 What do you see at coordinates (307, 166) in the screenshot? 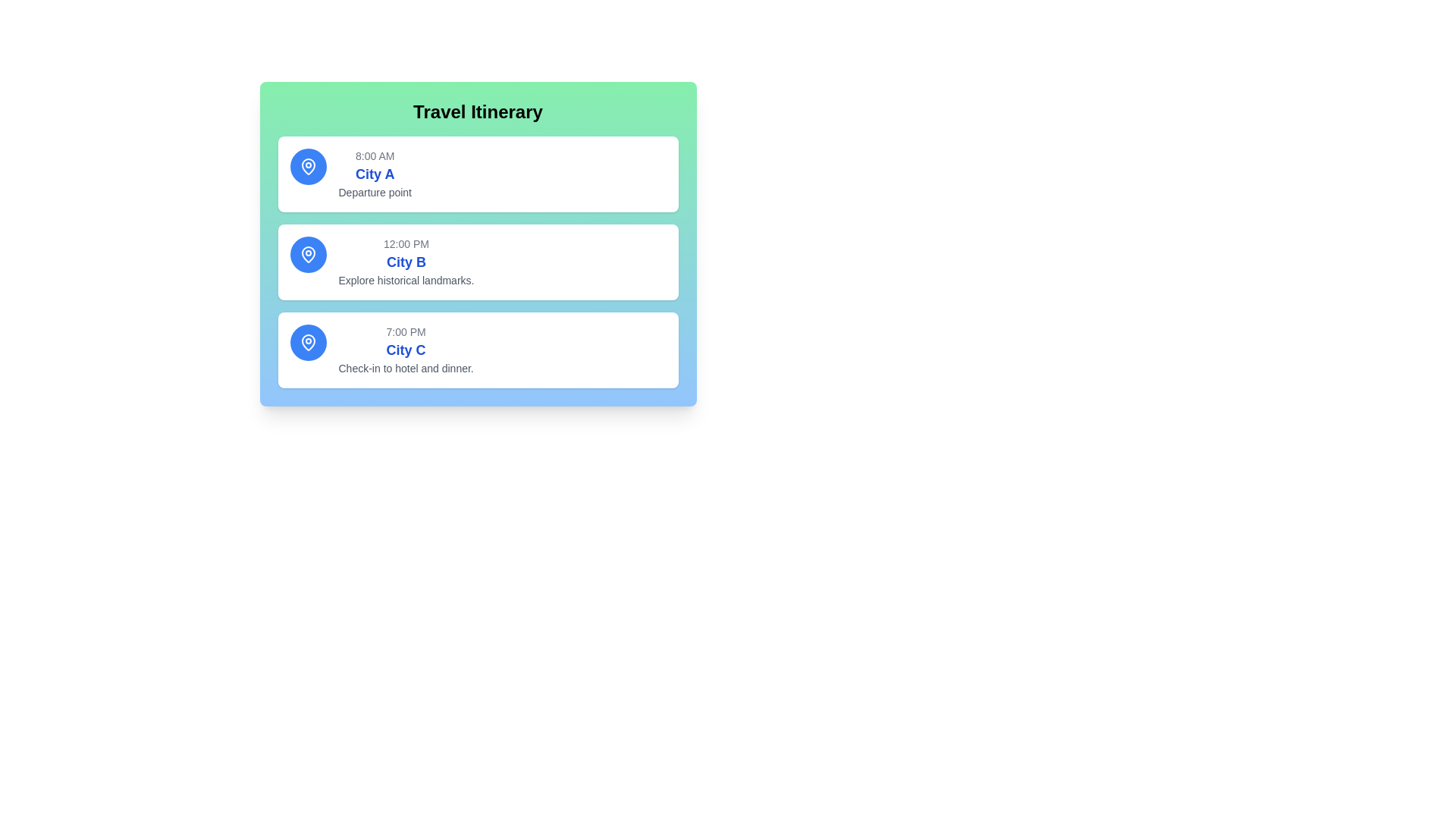
I see `the blue circular icon with a white pin symbol inside the first travel itinerary card labeled 'City A' at 8:00 AM` at bounding box center [307, 166].